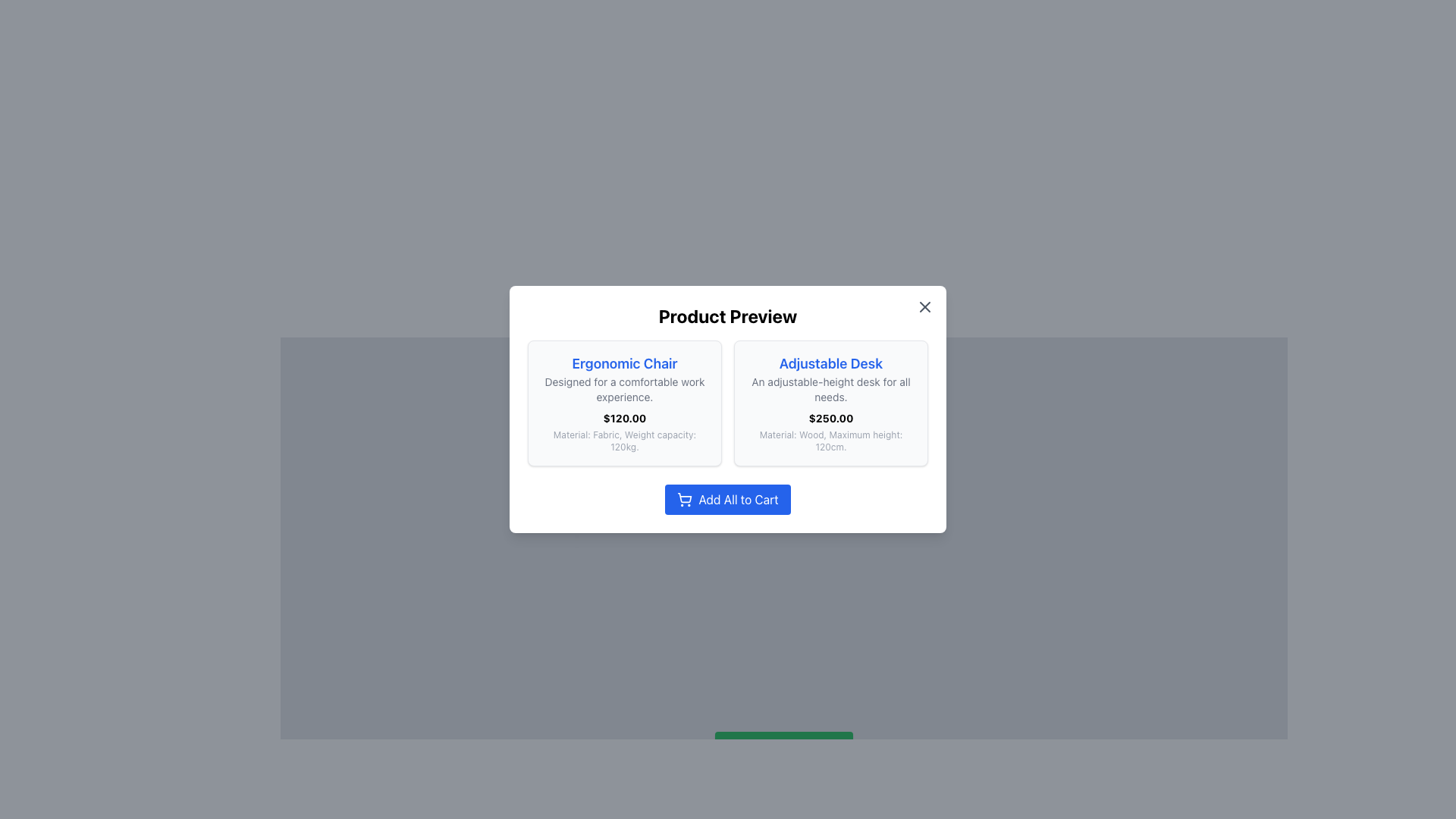 The height and width of the screenshot is (819, 1456). I want to click on the 'Ergonomic Chair' text label, which is displayed in bold blue font at the top of the left product card, so click(625, 363).